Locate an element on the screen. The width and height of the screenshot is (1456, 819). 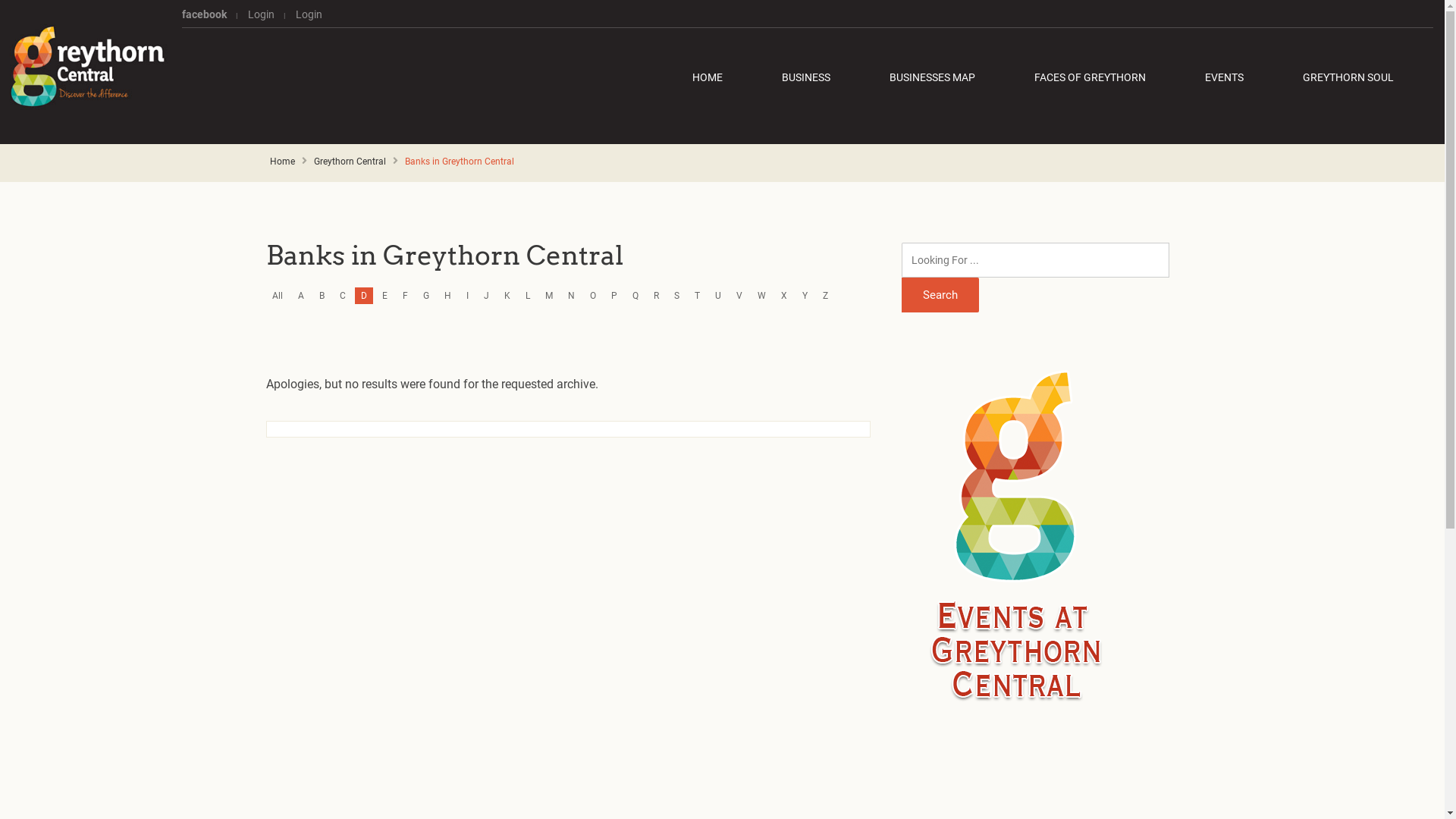
'E' is located at coordinates (384, 295).